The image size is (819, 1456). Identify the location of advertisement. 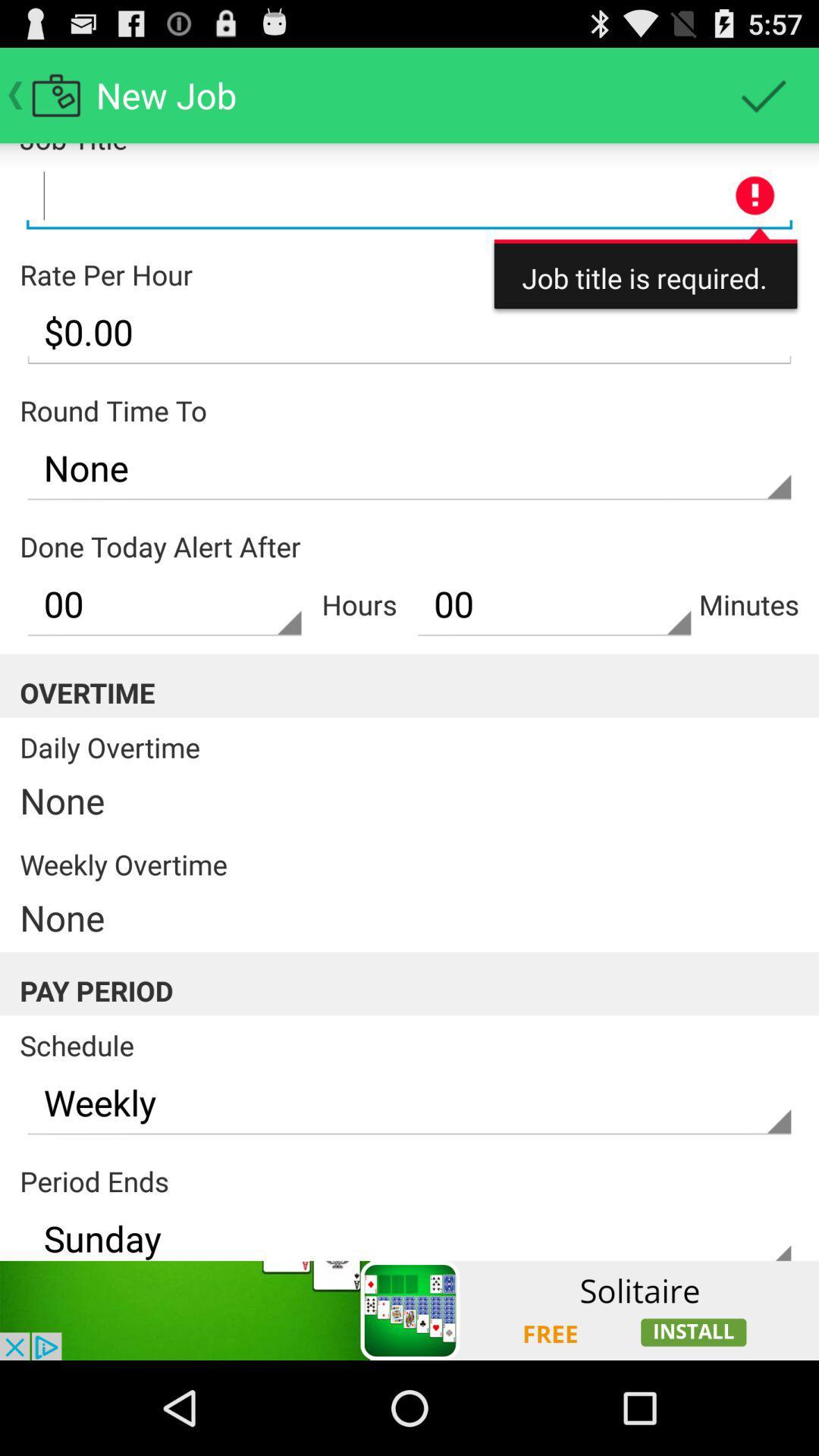
(409, 1310).